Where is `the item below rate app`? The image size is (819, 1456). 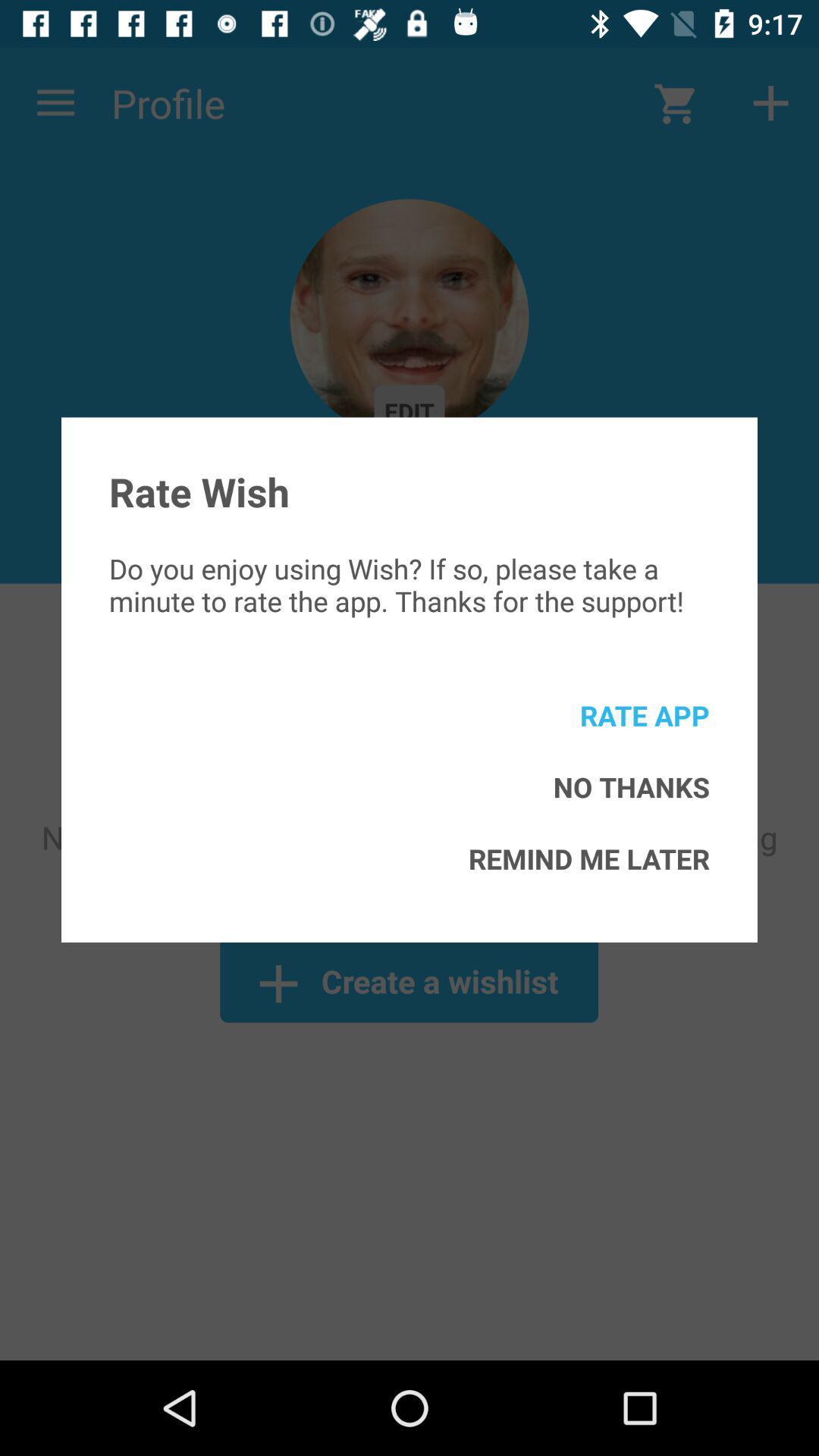
the item below rate app is located at coordinates (631, 786).